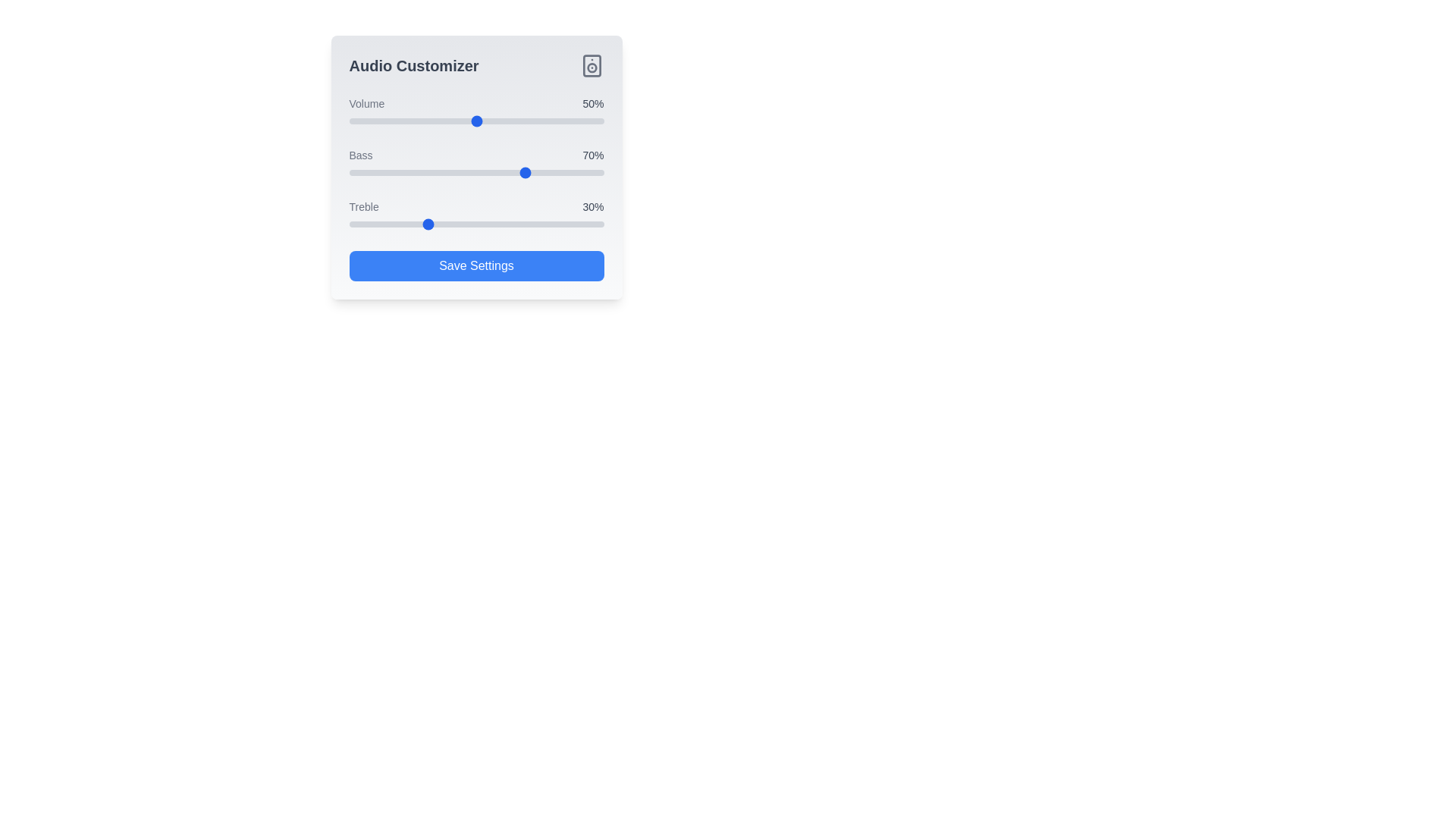  What do you see at coordinates (530, 171) in the screenshot?
I see `the bass slider to 71%` at bounding box center [530, 171].